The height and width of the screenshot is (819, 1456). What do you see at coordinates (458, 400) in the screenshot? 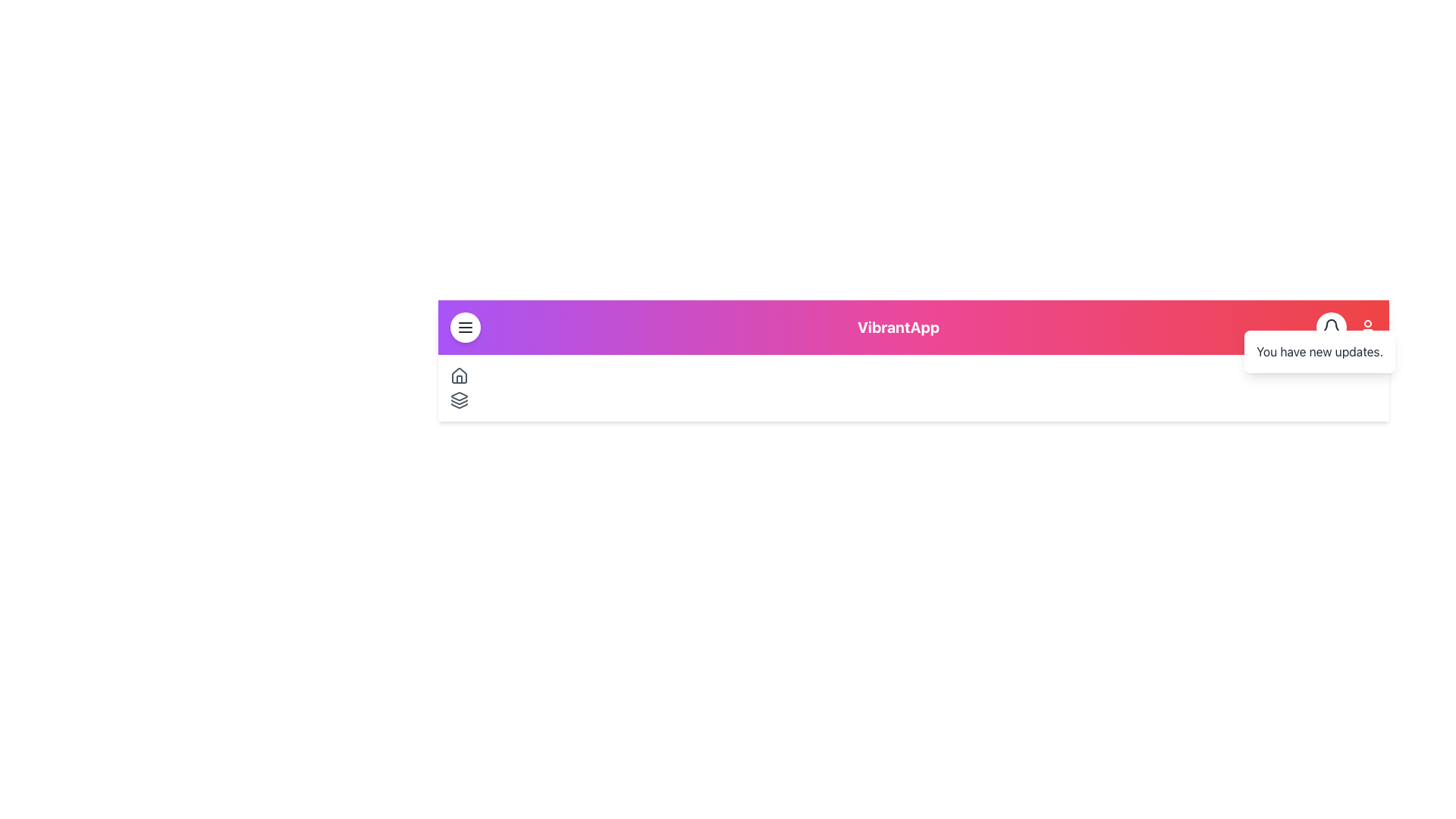
I see `the second graphic icon in the vertical stack, which resembles a minimalist polygon-like structure, located below the home-like icon` at bounding box center [458, 400].